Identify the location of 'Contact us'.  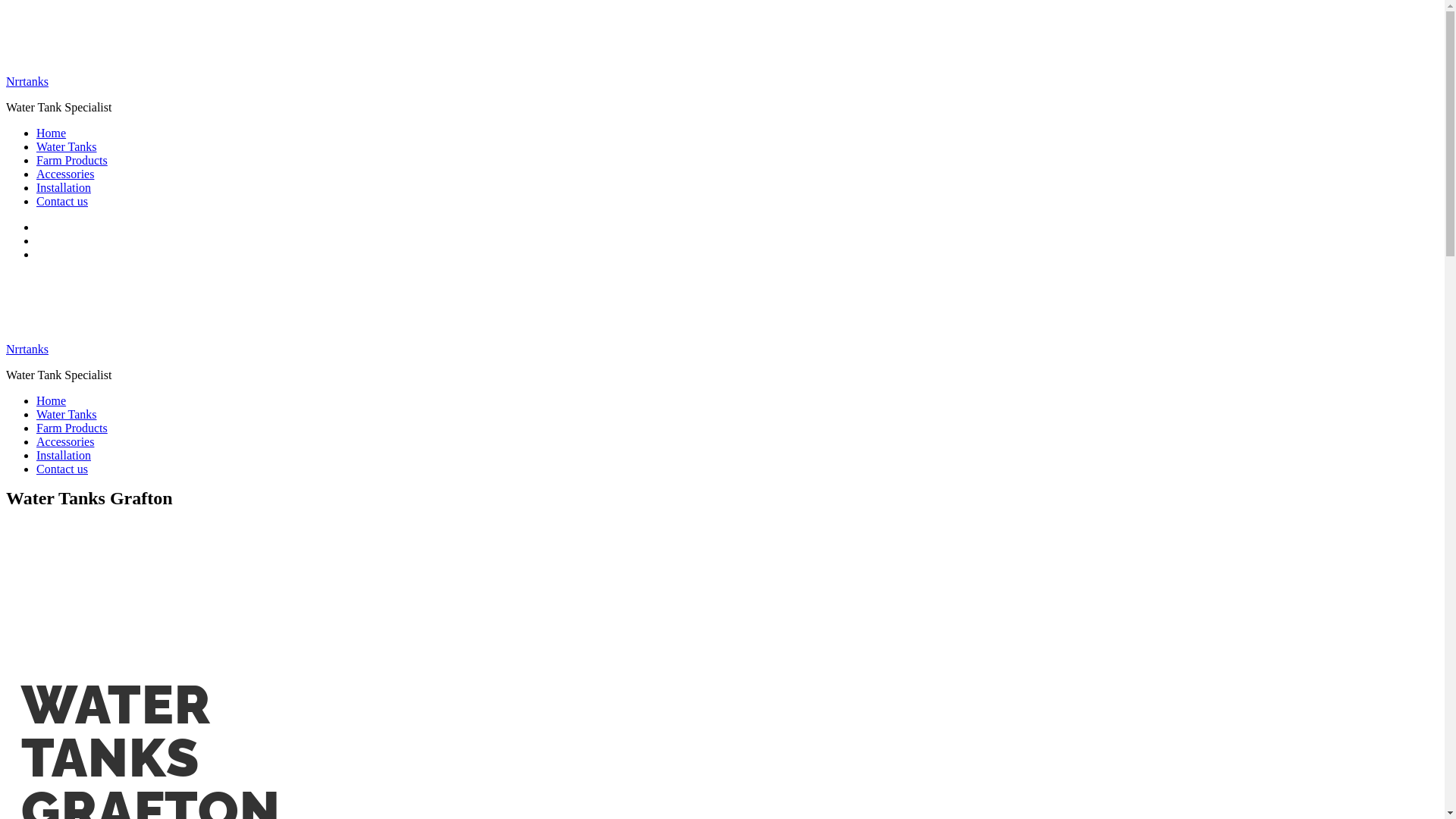
(61, 200).